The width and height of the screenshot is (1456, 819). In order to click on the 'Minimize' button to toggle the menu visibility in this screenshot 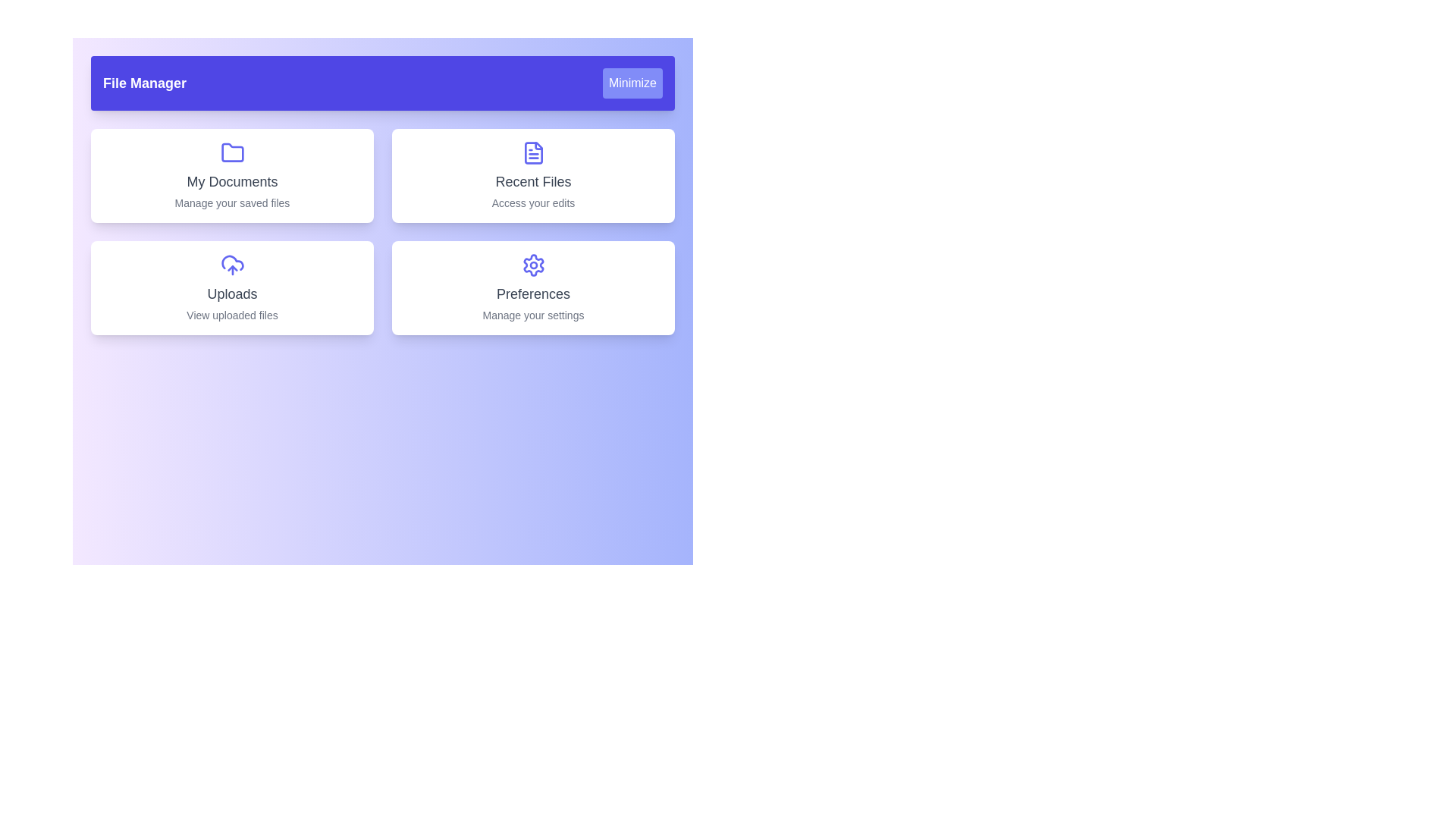, I will do `click(632, 83)`.